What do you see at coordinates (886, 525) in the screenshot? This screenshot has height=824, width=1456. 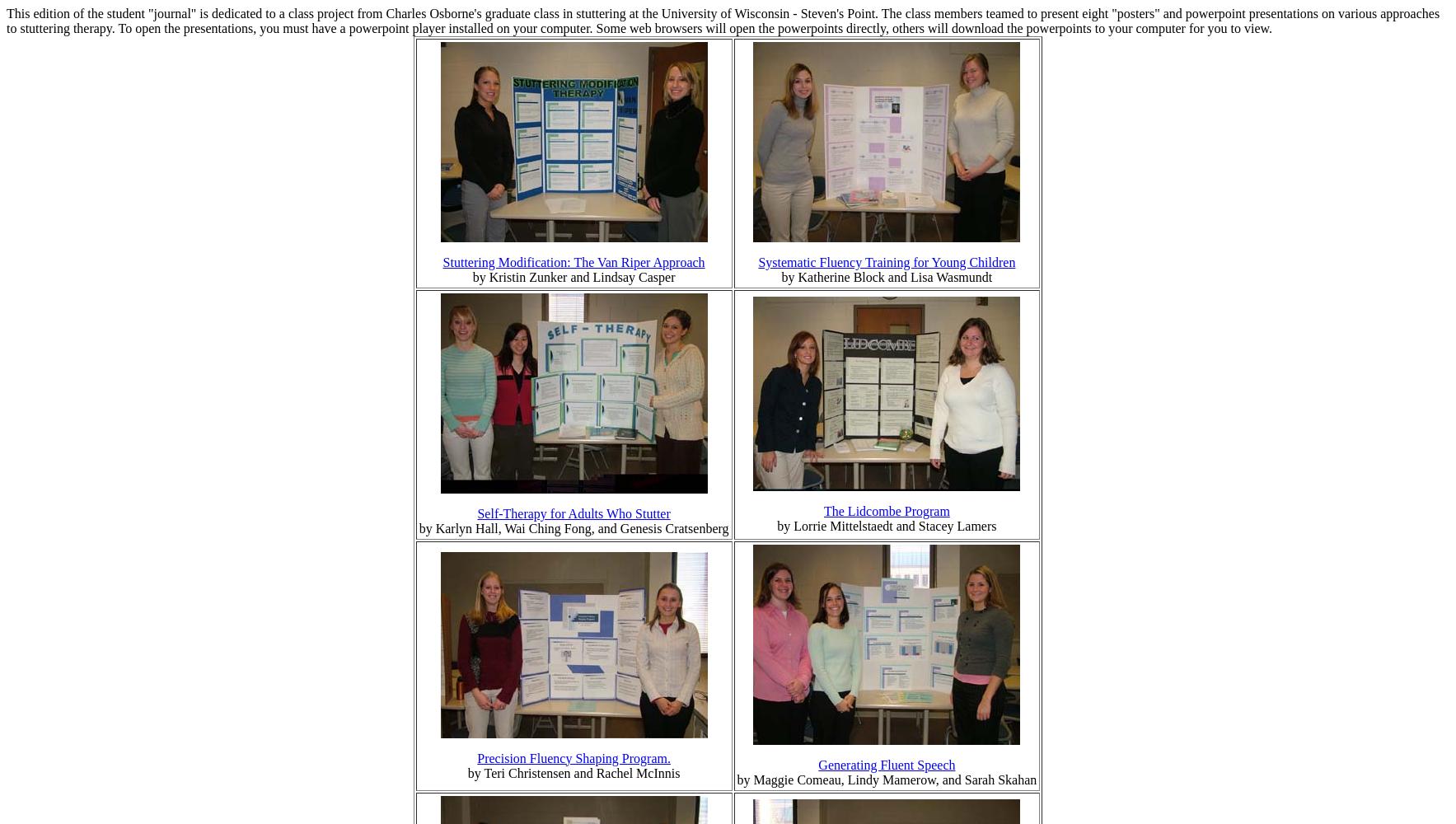 I see `'by Lorrie Mittelstaedt and Stacey Lamers'` at bounding box center [886, 525].